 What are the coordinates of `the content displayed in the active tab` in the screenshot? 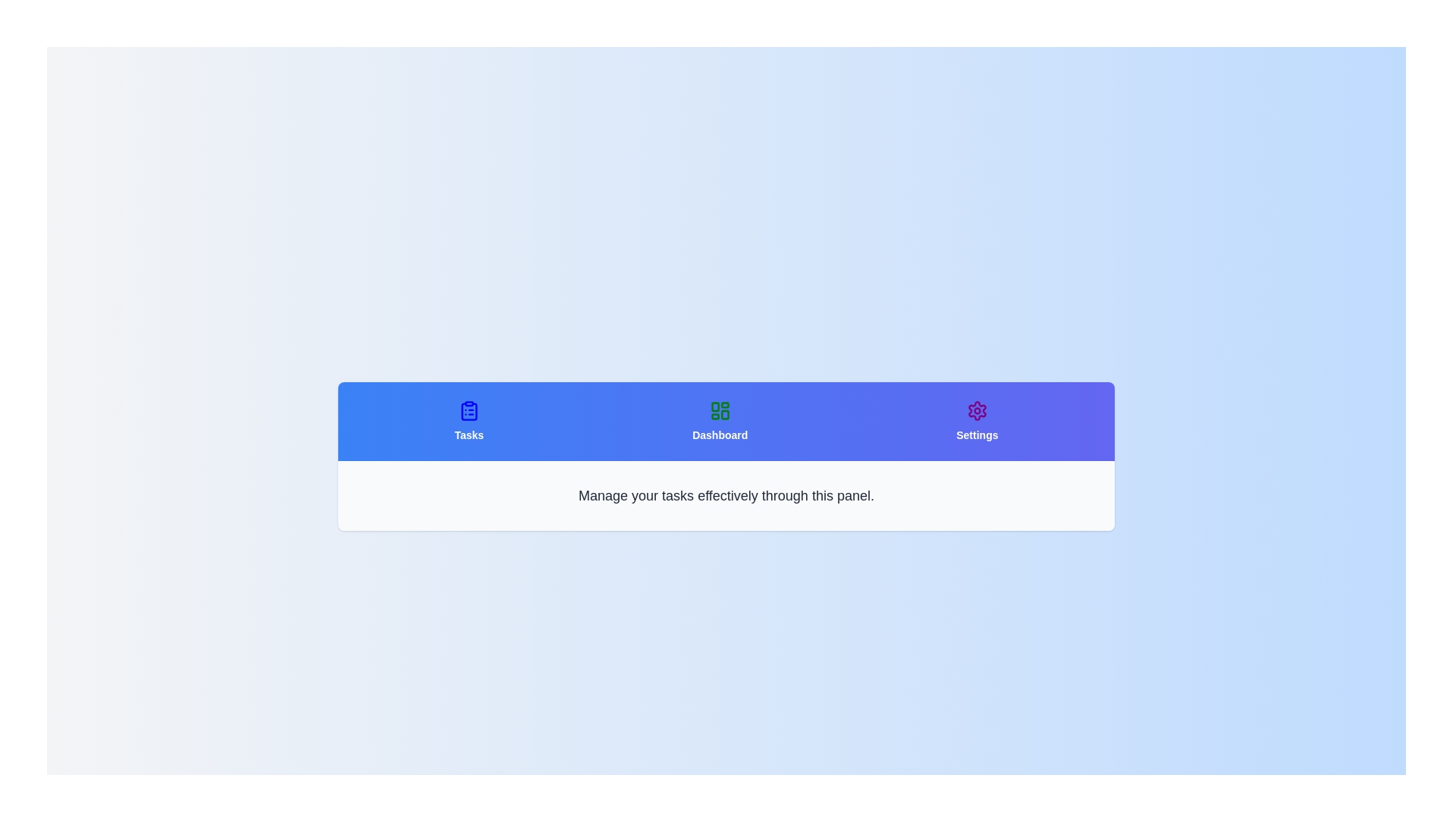 It's located at (726, 496).